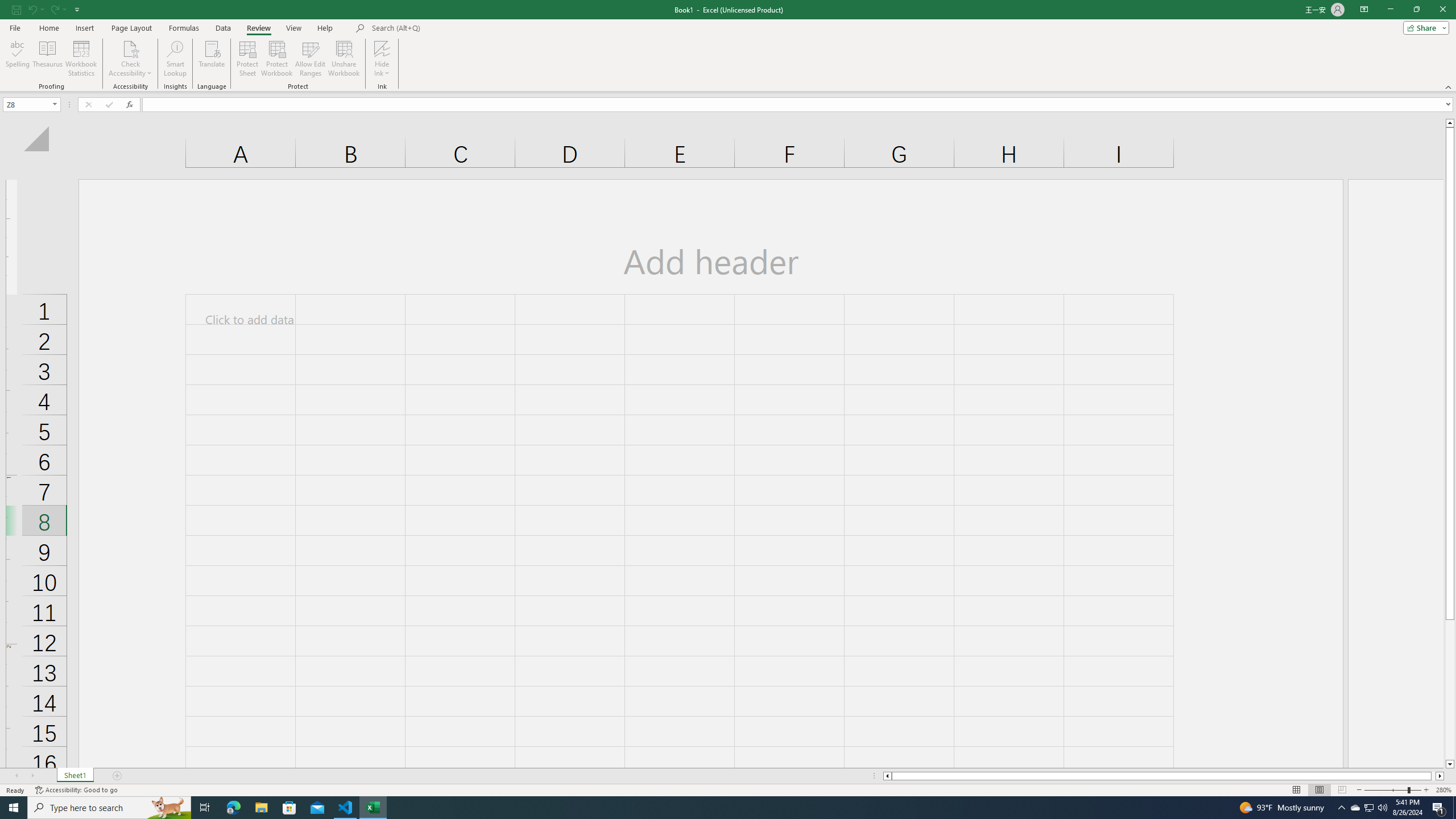  What do you see at coordinates (382, 59) in the screenshot?
I see `'Hide Ink'` at bounding box center [382, 59].